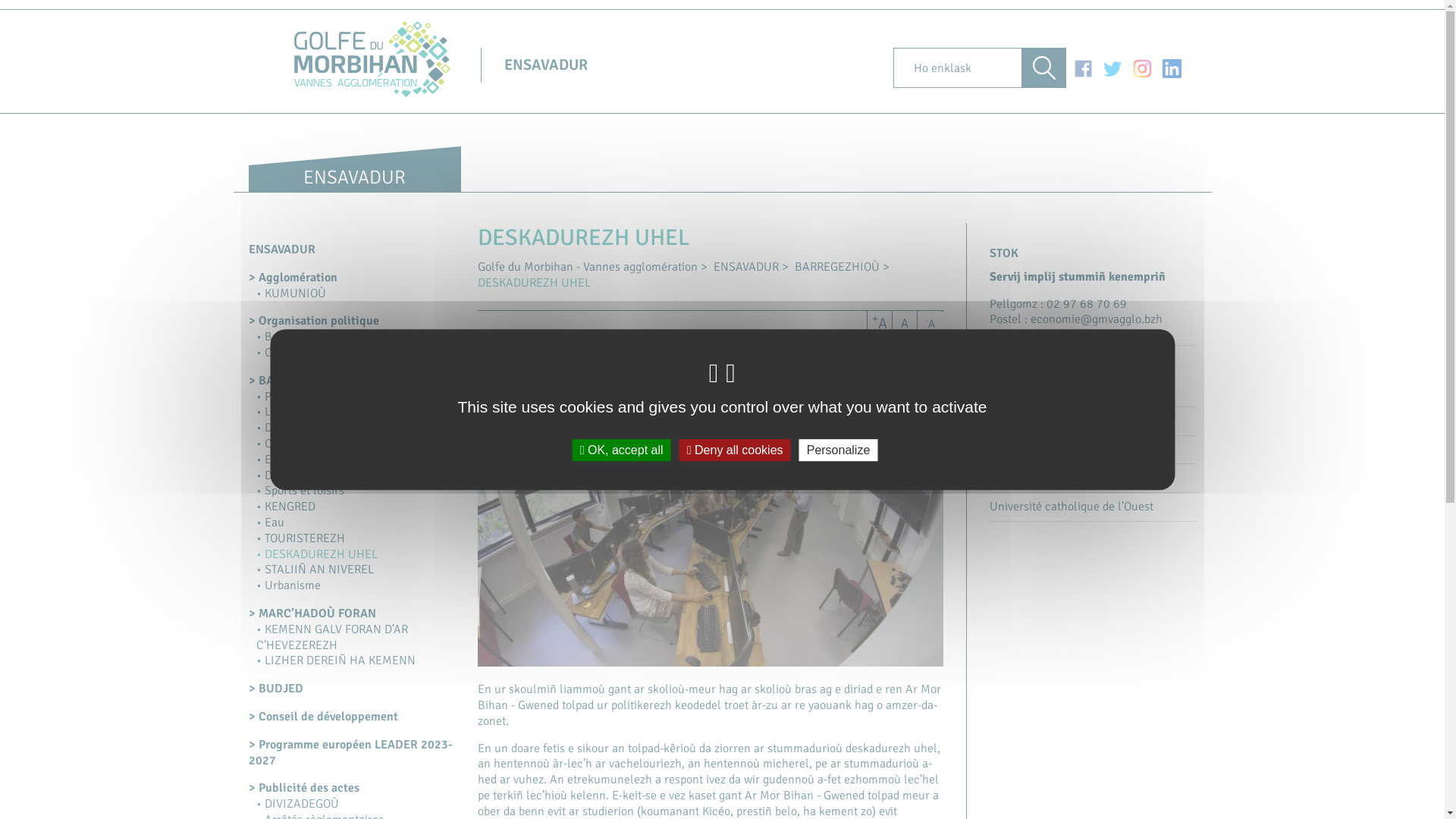 The height and width of the screenshot is (819, 1456). Describe the element at coordinates (745, 265) in the screenshot. I see `'ENSAVADUR'` at that location.